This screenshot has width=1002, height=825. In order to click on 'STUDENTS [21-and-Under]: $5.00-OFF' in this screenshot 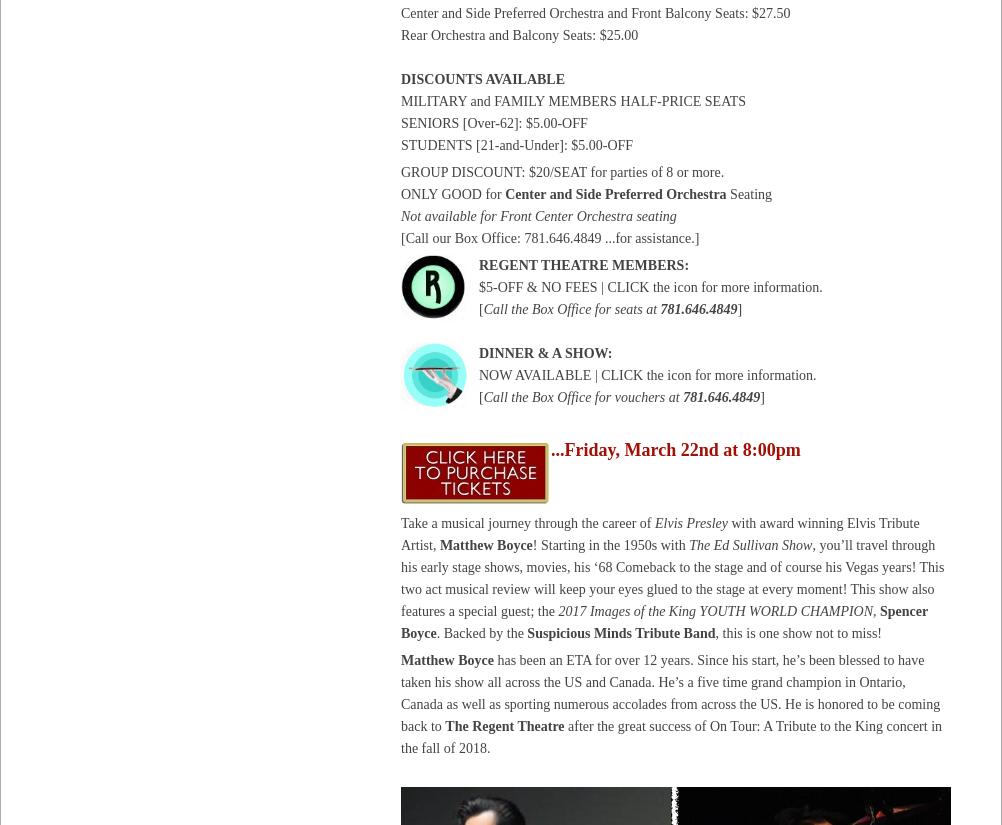, I will do `click(517, 144)`.